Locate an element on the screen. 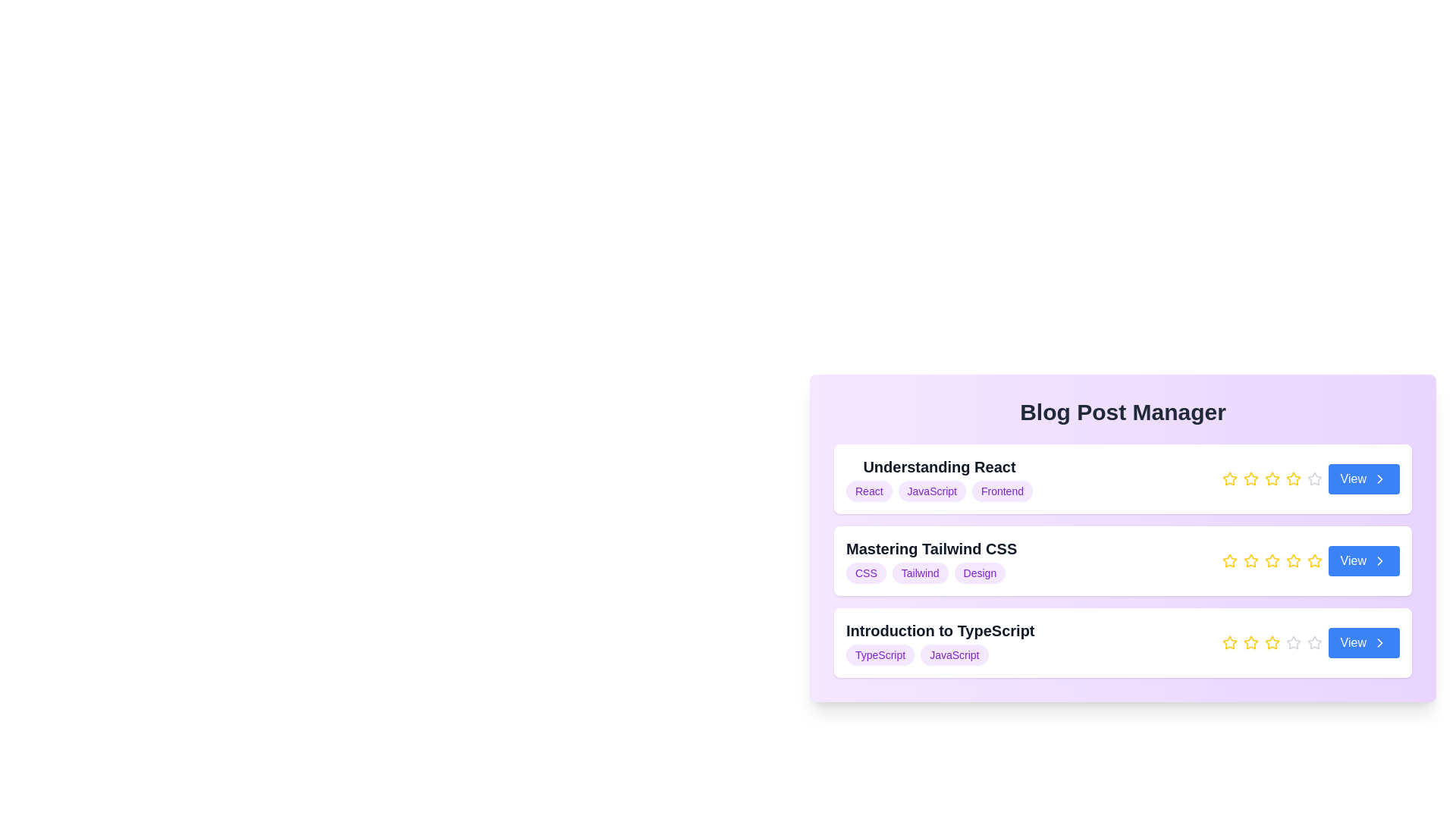 This screenshot has height=819, width=1456. the fourth star icon in the rating system is located at coordinates (1272, 479).